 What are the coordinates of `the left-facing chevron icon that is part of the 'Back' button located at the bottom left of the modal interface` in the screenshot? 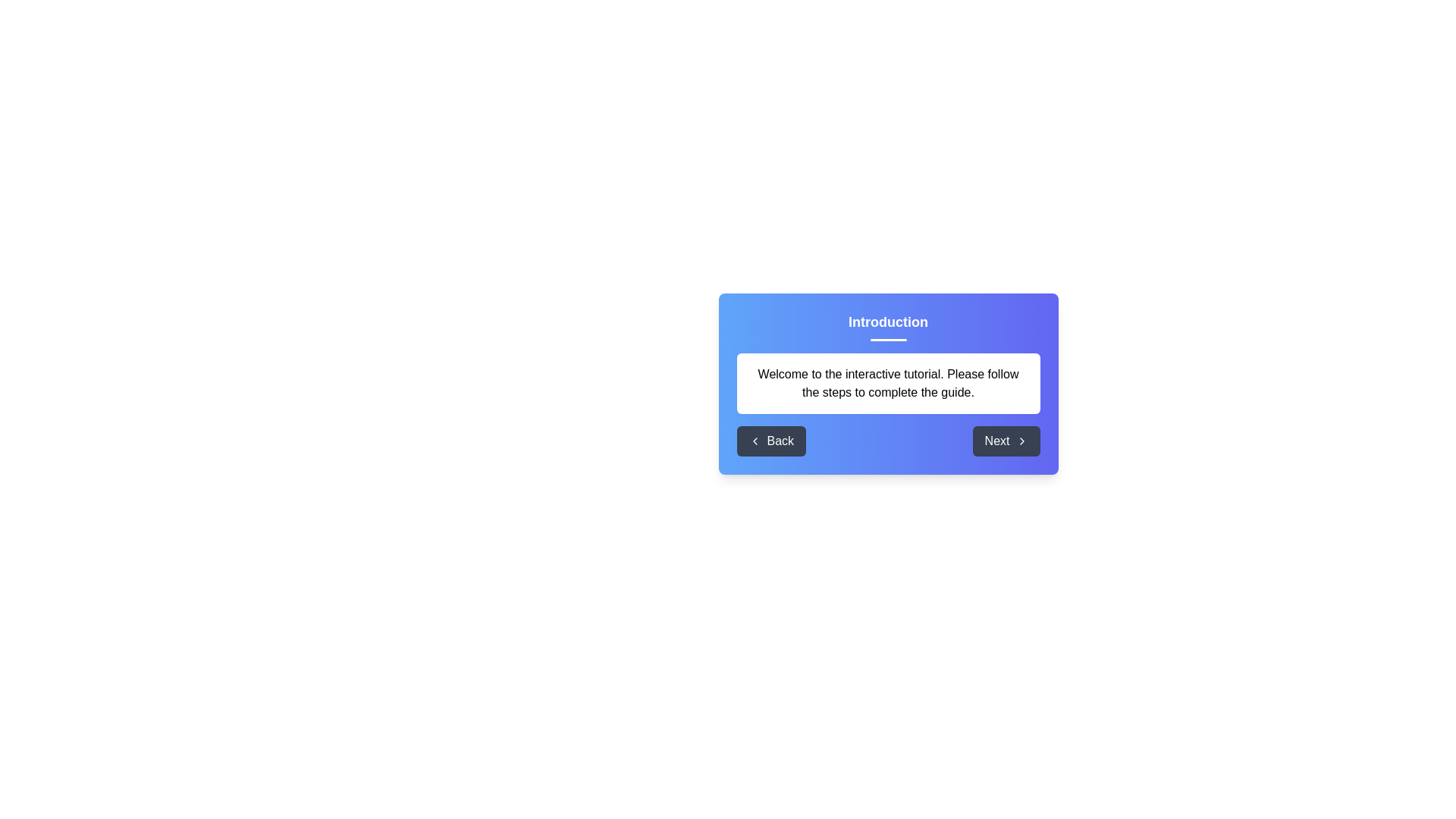 It's located at (755, 441).